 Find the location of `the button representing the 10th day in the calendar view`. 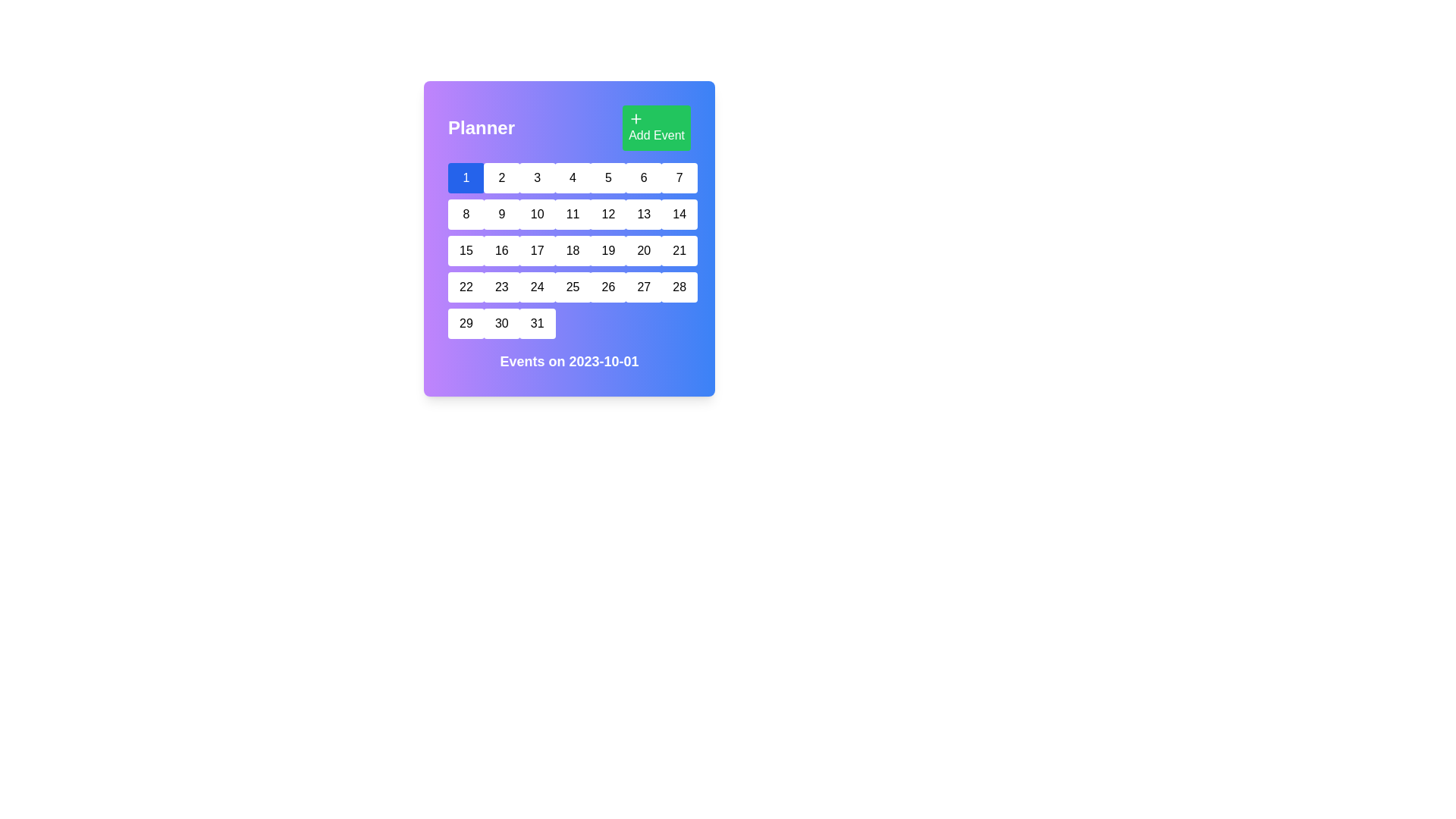

the button representing the 10th day in the calendar view is located at coordinates (537, 214).